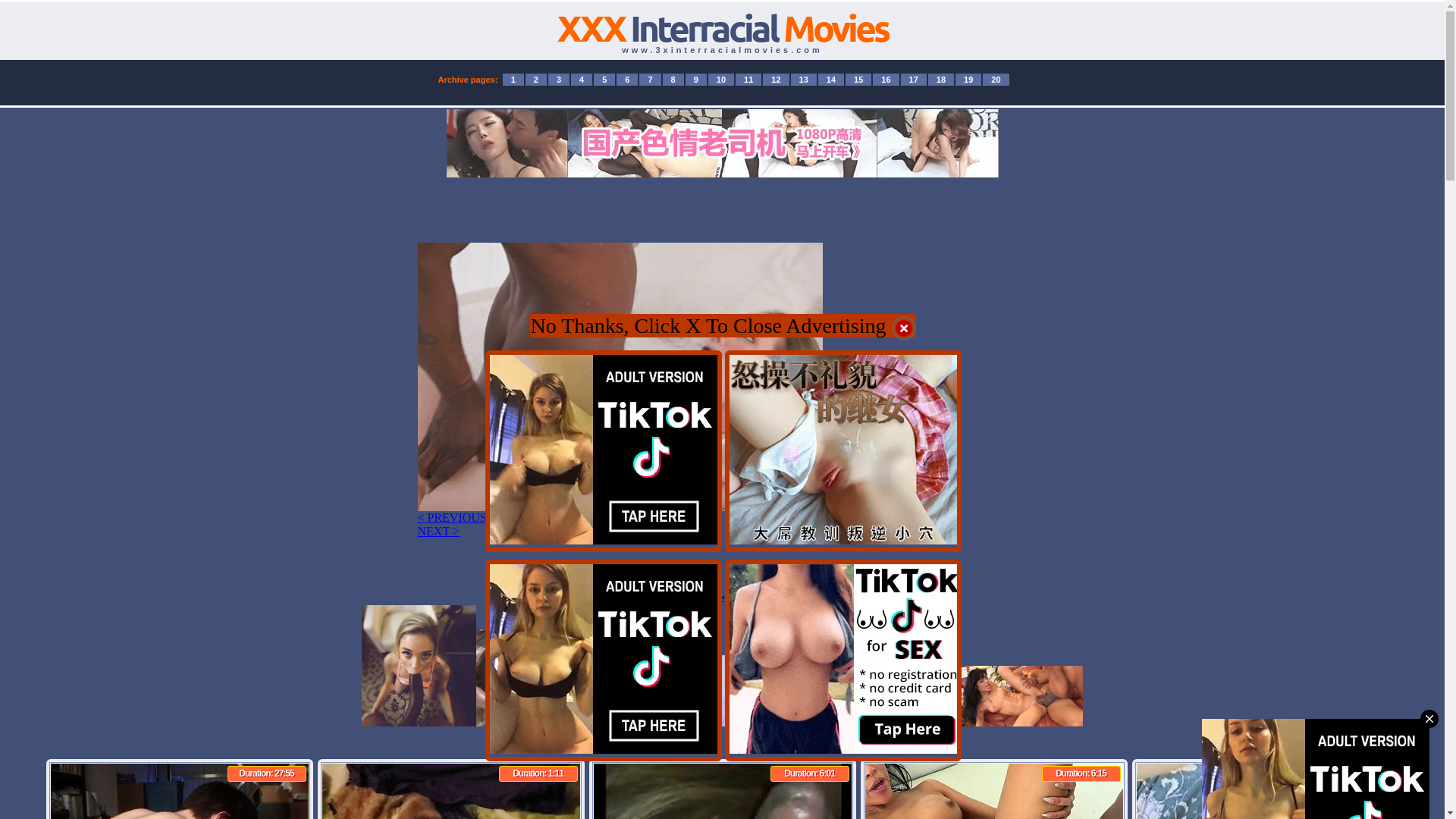 The image size is (1456, 819). Describe the element at coordinates (673, 79) in the screenshot. I see `'8'` at that location.